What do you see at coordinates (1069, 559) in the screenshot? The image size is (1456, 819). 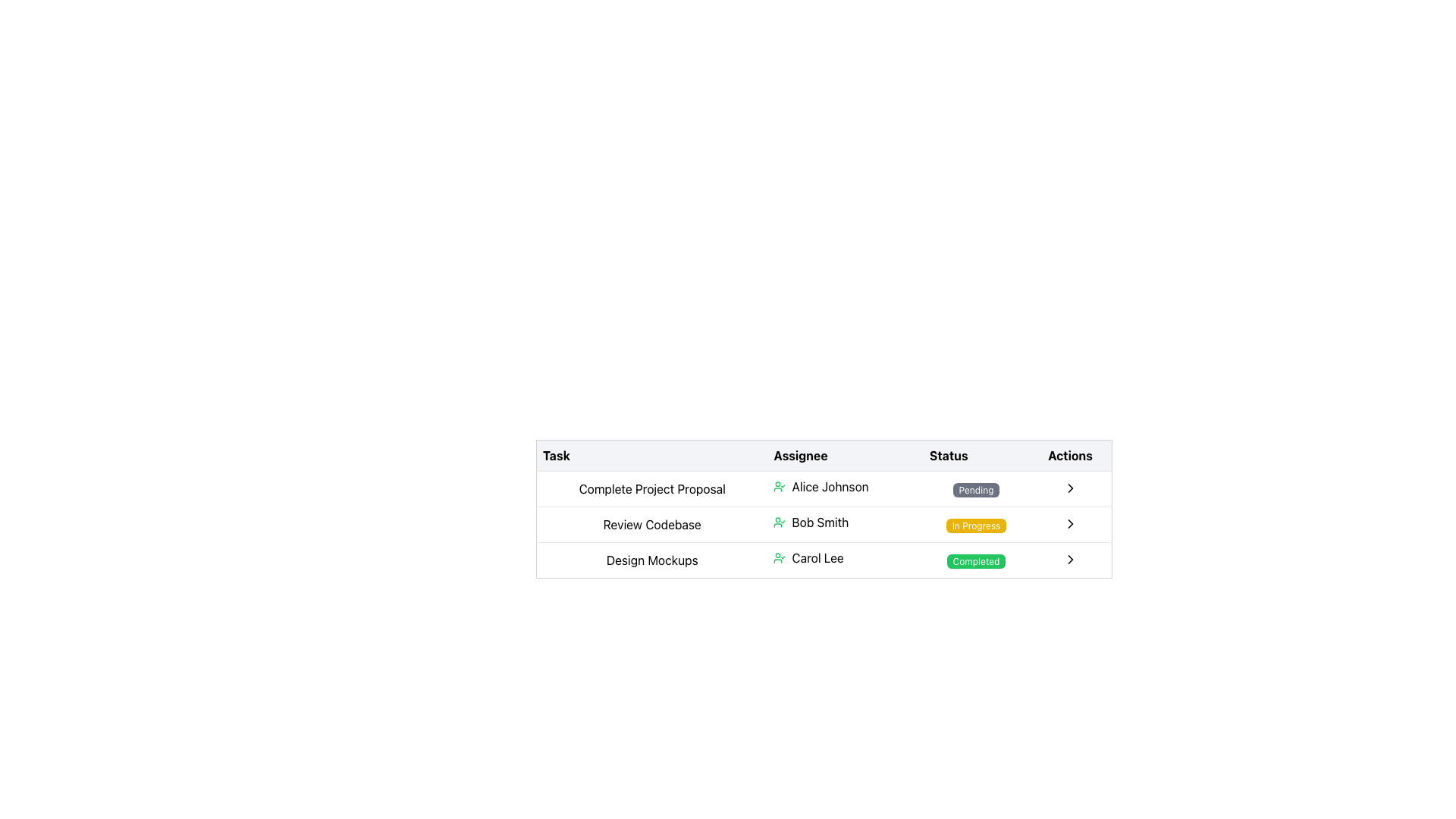 I see `the button that allows the user to proceed with or reveal further details about the task assigned to 'Carol Lee', located at the rightmost side of the 'Actions' column, aligned with 'Completed'` at bounding box center [1069, 559].